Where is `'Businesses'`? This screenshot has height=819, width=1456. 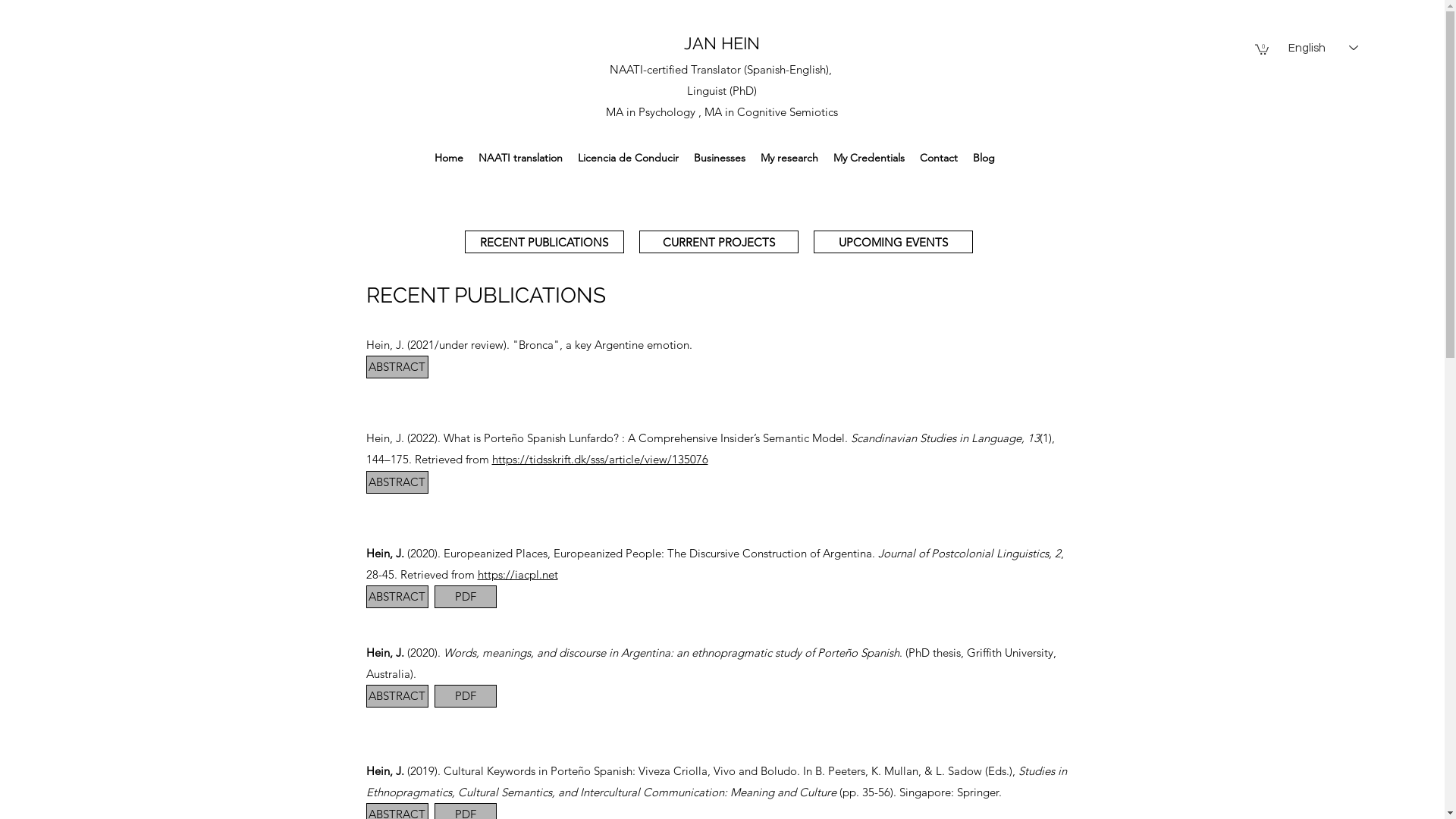 'Businesses' is located at coordinates (719, 158).